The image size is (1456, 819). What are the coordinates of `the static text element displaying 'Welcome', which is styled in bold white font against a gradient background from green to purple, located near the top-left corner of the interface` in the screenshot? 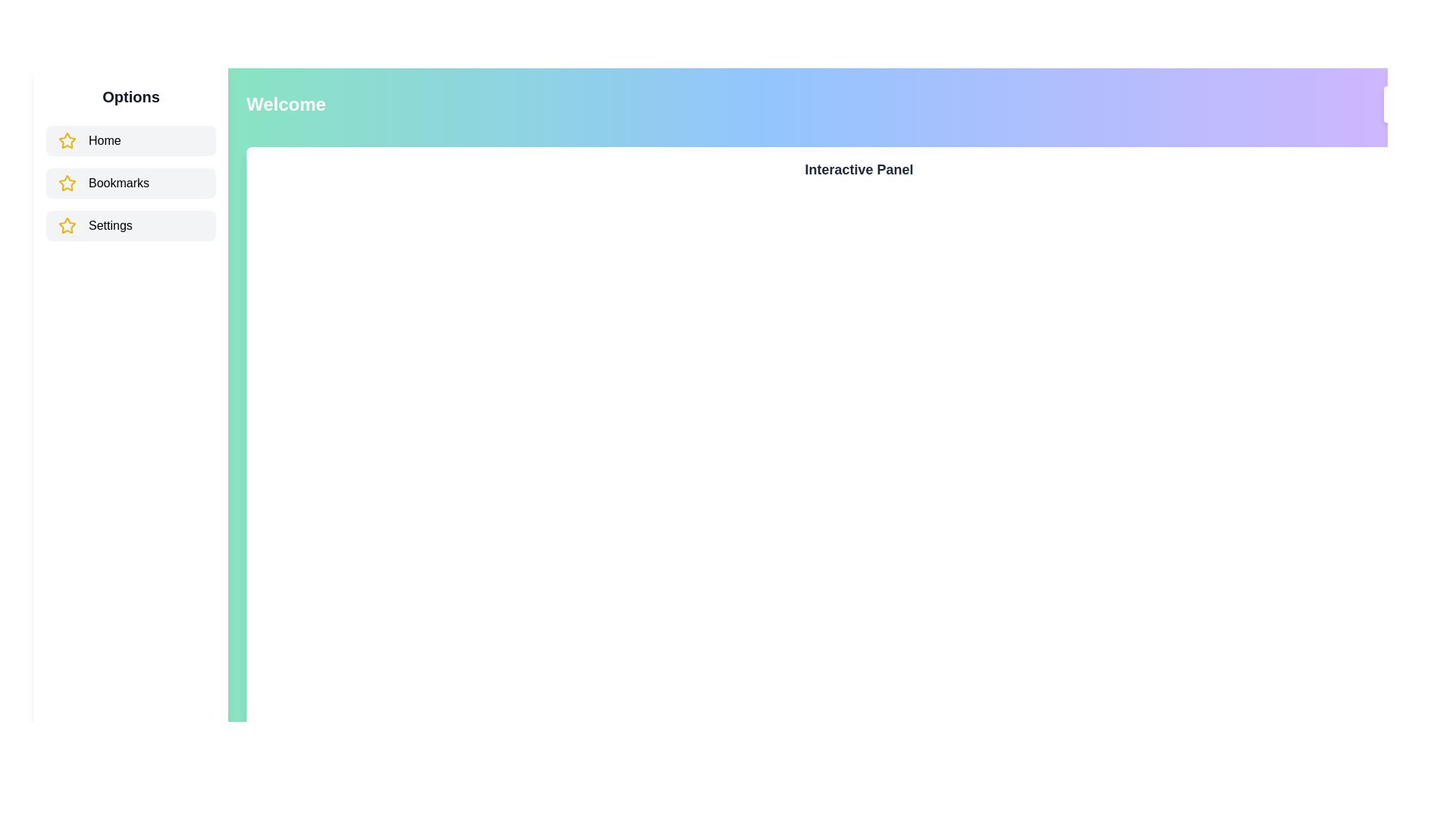 It's located at (286, 104).